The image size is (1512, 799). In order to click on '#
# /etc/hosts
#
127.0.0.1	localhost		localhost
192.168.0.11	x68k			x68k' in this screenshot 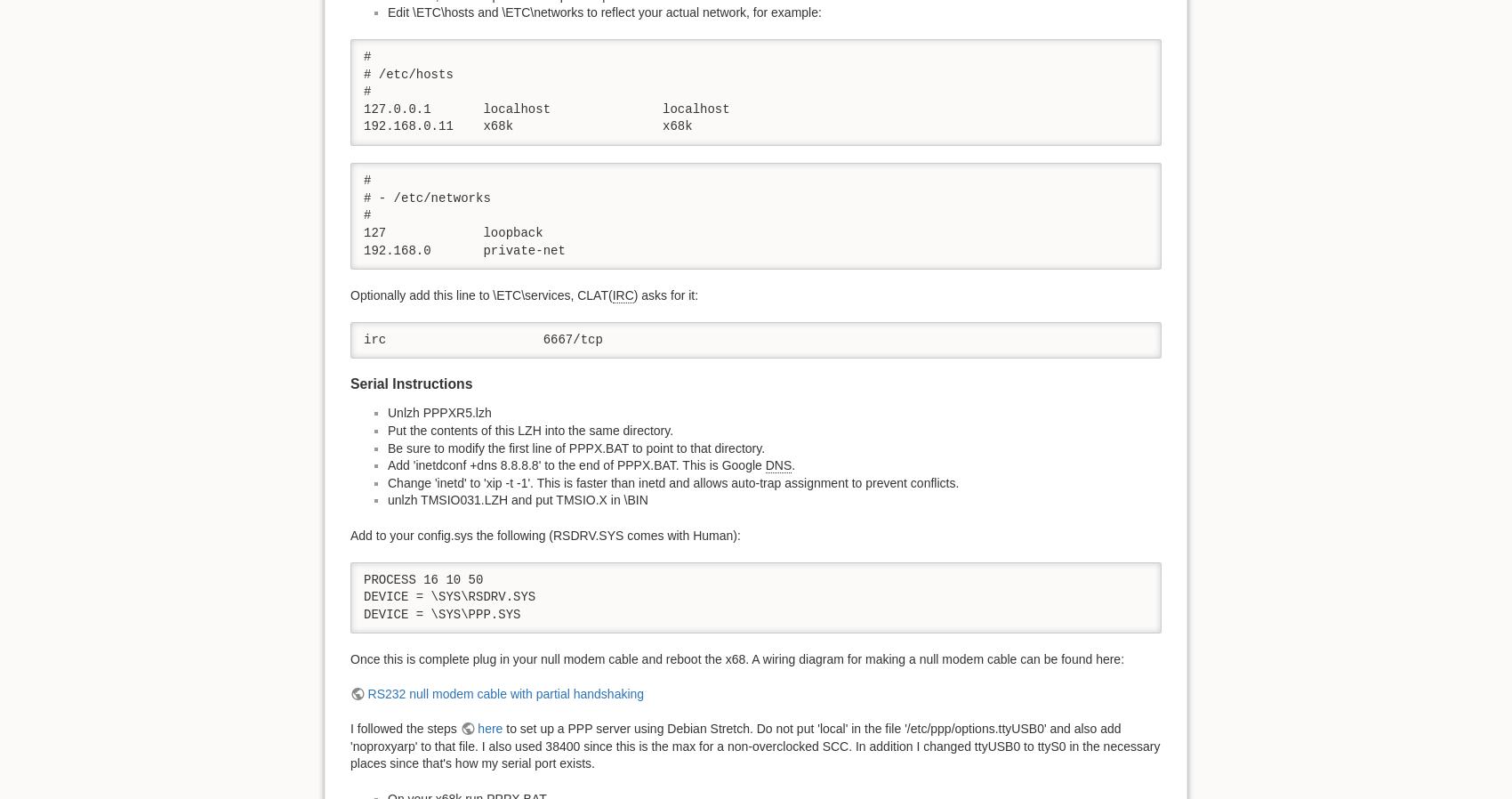, I will do `click(545, 91)`.